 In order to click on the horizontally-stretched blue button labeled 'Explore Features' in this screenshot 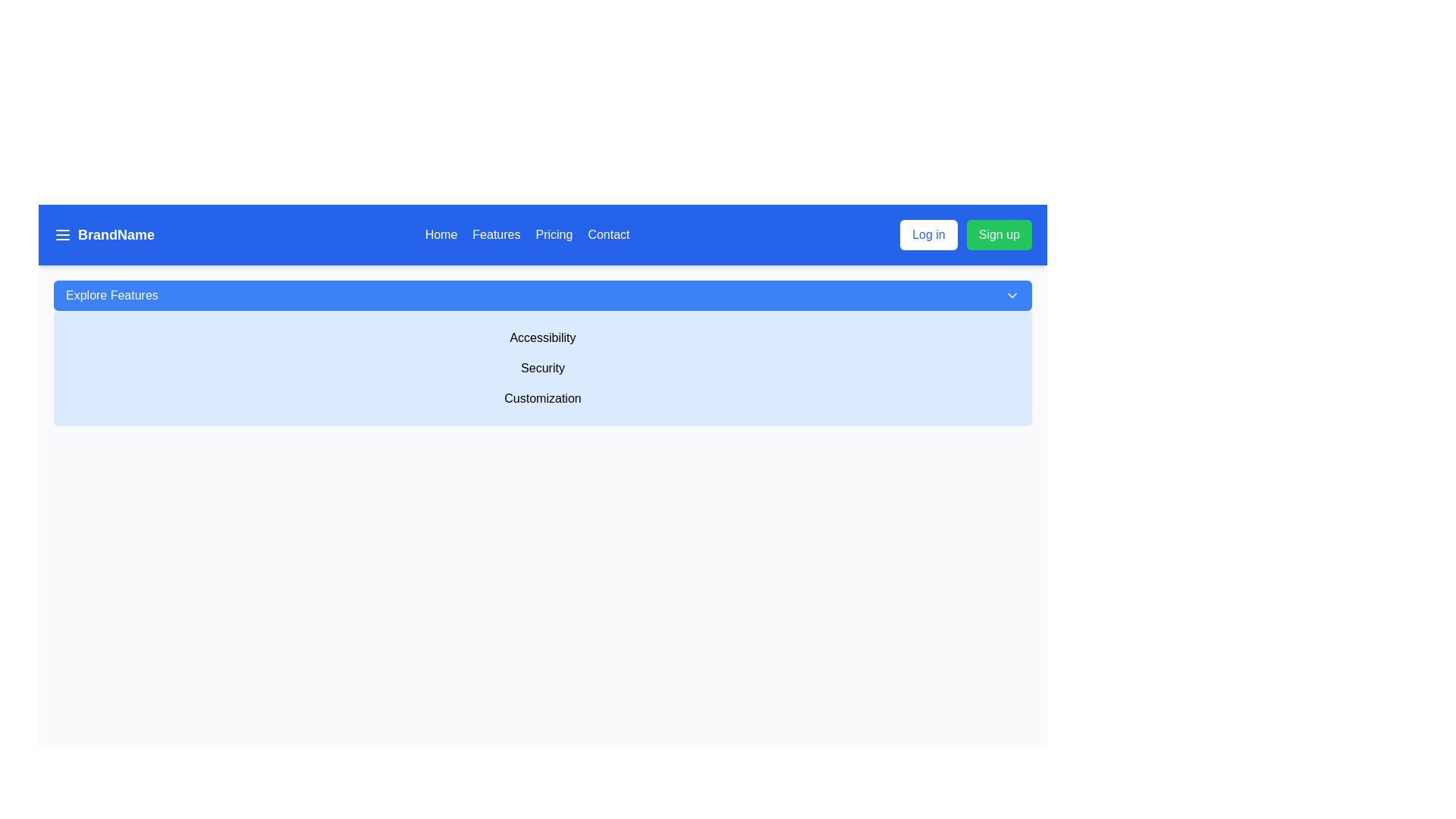, I will do `click(542, 295)`.